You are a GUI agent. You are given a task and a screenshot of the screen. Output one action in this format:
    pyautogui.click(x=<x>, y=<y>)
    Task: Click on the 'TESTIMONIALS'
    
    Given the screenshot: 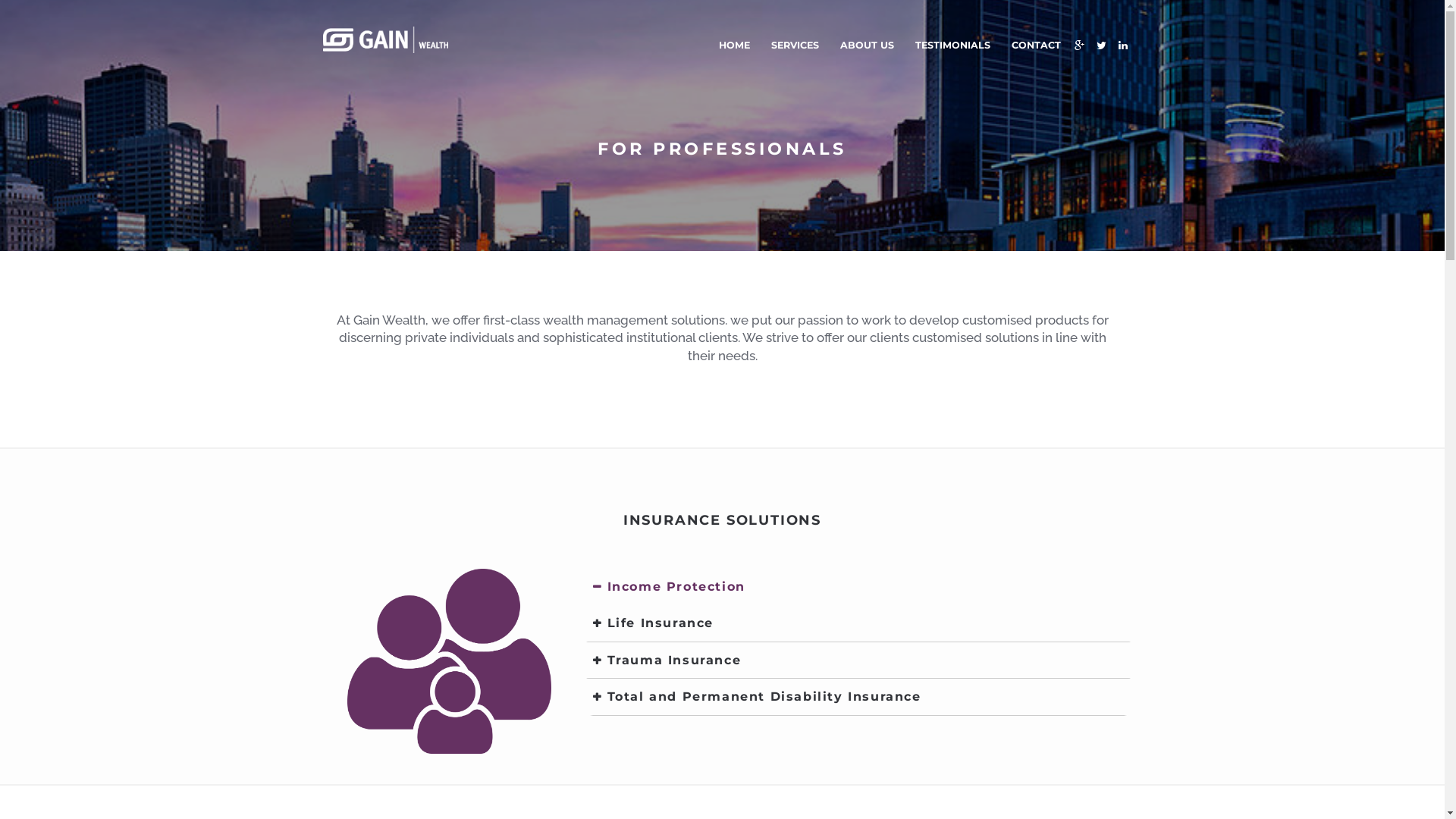 What is the action you would take?
    pyautogui.click(x=905, y=45)
    